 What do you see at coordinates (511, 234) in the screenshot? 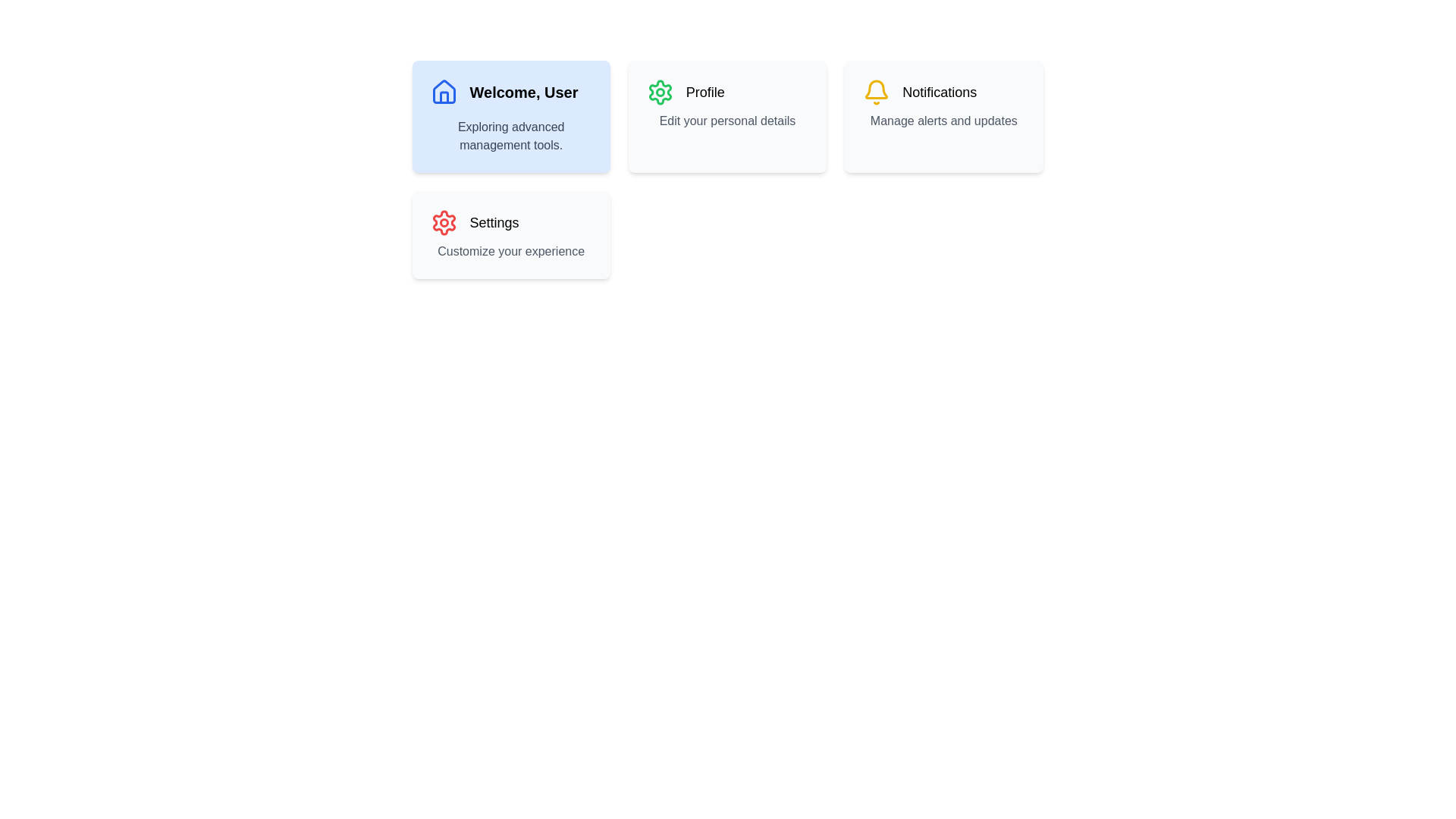
I see `the navigation card element located in the lower-left portion of the grid layout, directly below the 'Welcome, User' card` at bounding box center [511, 234].